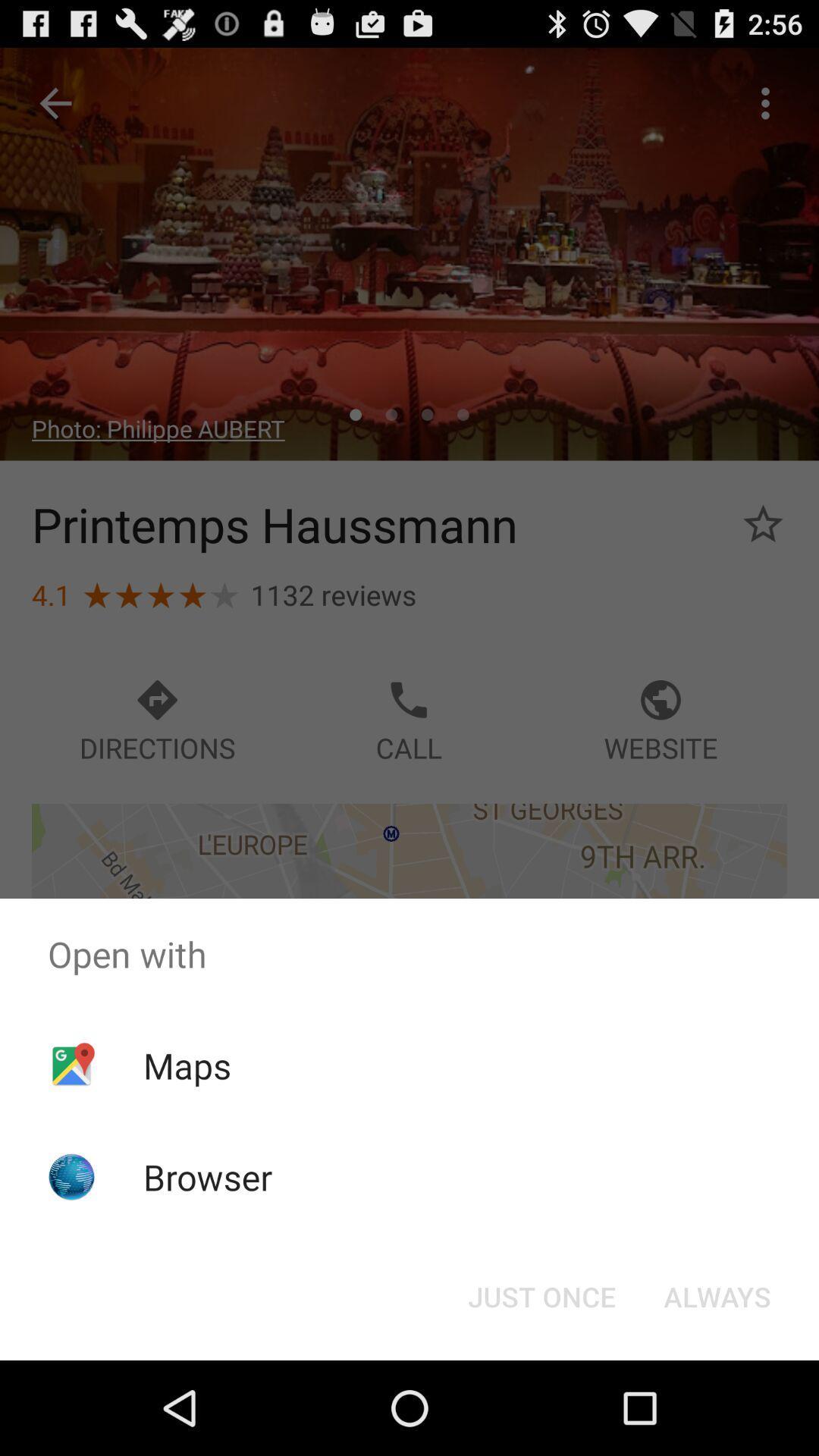 This screenshot has width=819, height=1456. I want to click on the icon below open with, so click(541, 1295).